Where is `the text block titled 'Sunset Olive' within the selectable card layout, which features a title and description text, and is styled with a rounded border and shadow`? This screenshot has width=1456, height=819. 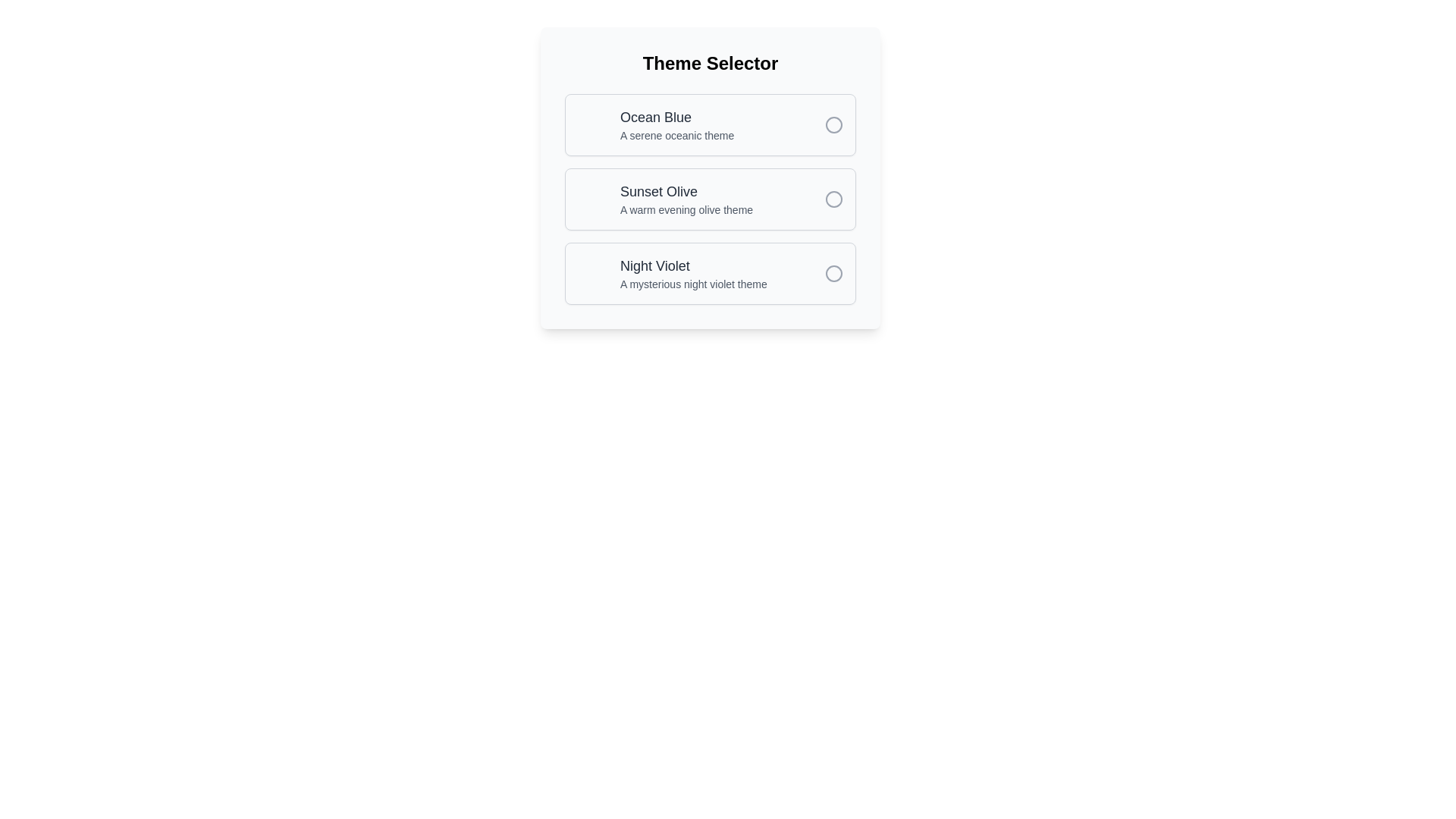 the text block titled 'Sunset Olive' within the selectable card layout, which features a title and description text, and is styled with a rounded border and shadow is located at coordinates (686, 198).